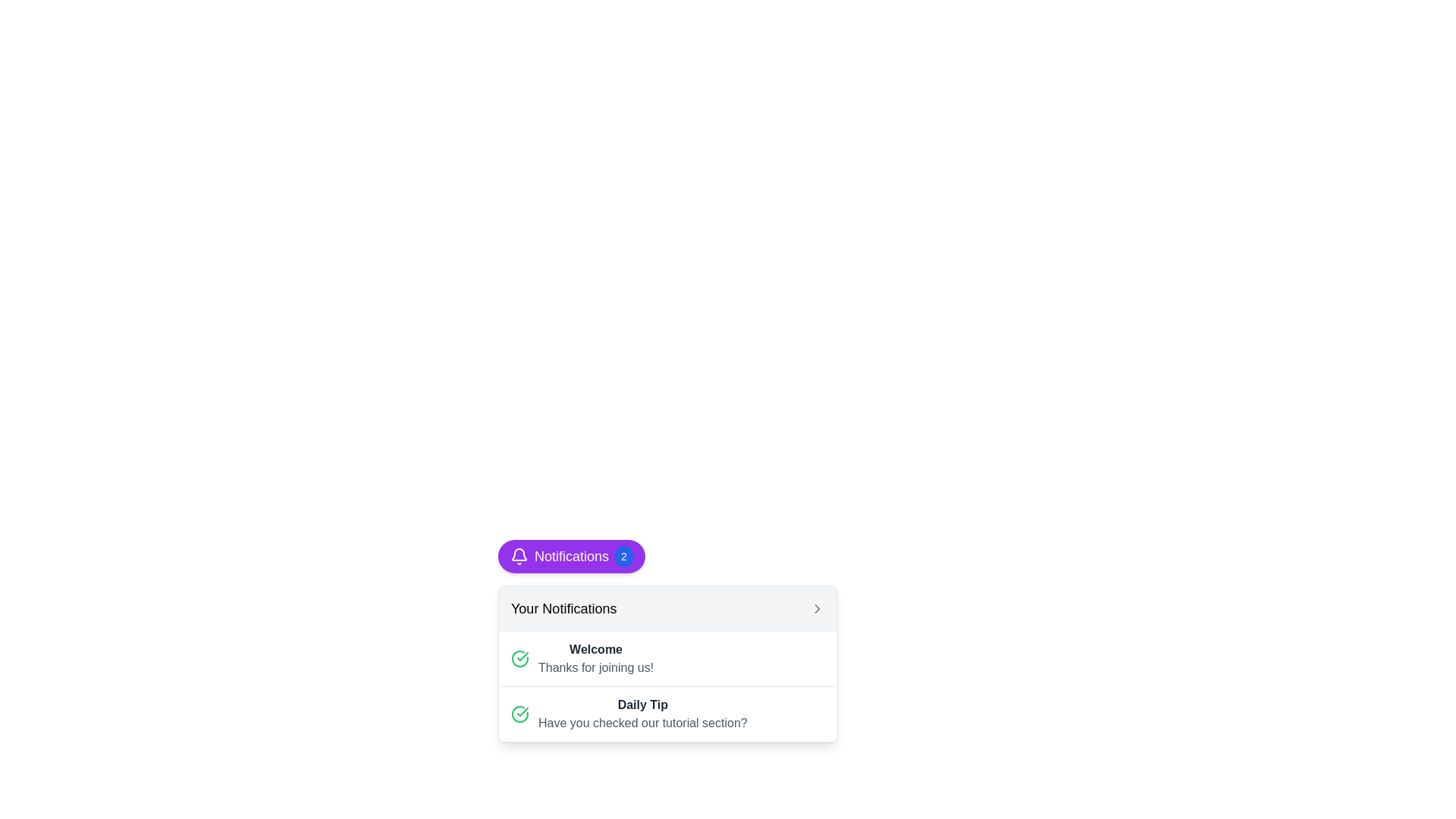 Image resolution: width=1456 pixels, height=819 pixels. What do you see at coordinates (667, 657) in the screenshot?
I see `the first notification item in the 'Your Notifications' list` at bounding box center [667, 657].